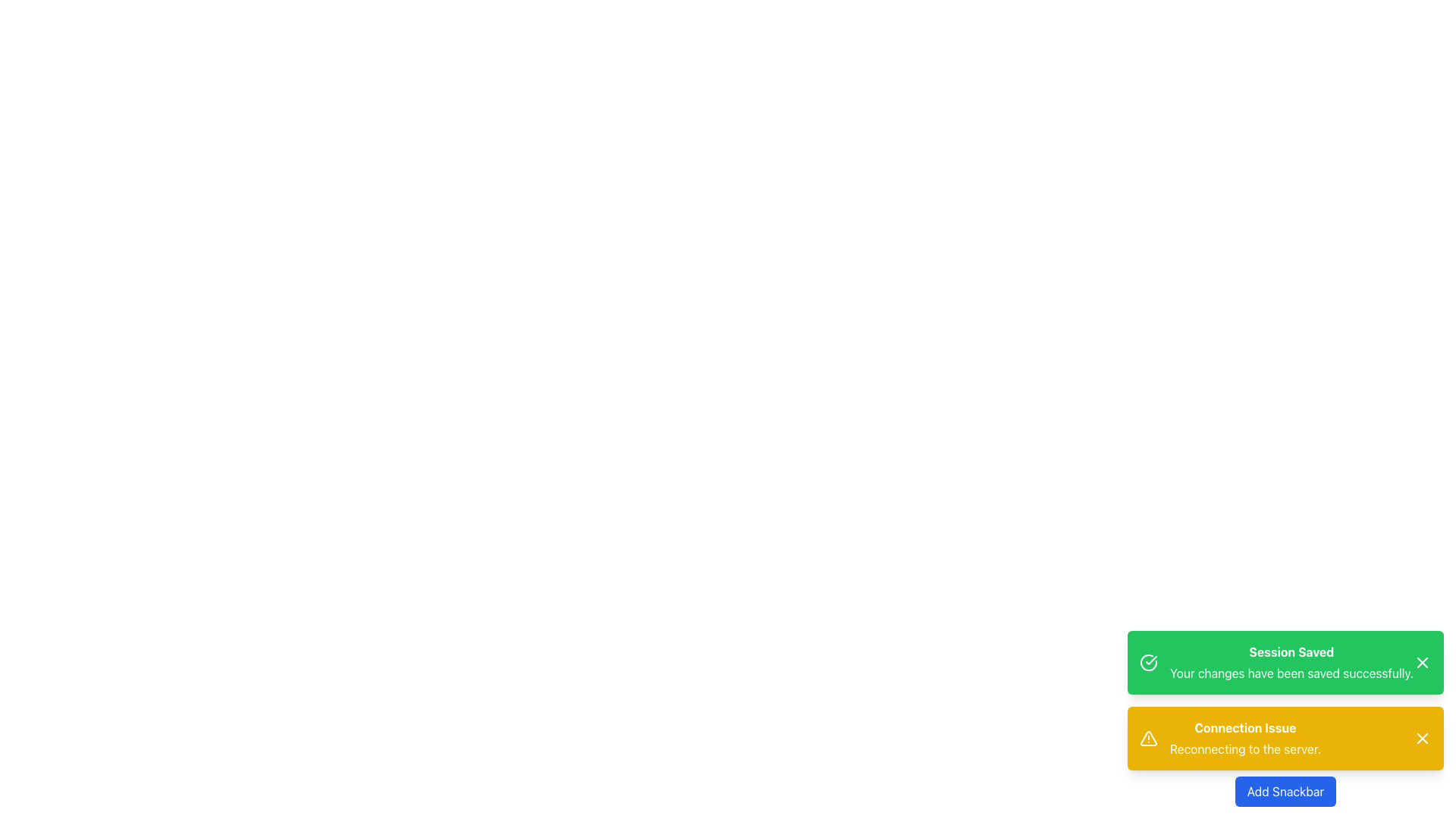  What do you see at coordinates (1148, 738) in the screenshot?
I see `the 'Connection Issue' notification icon located in the yellow notification box, positioned towards the left side adjacent to the text content` at bounding box center [1148, 738].